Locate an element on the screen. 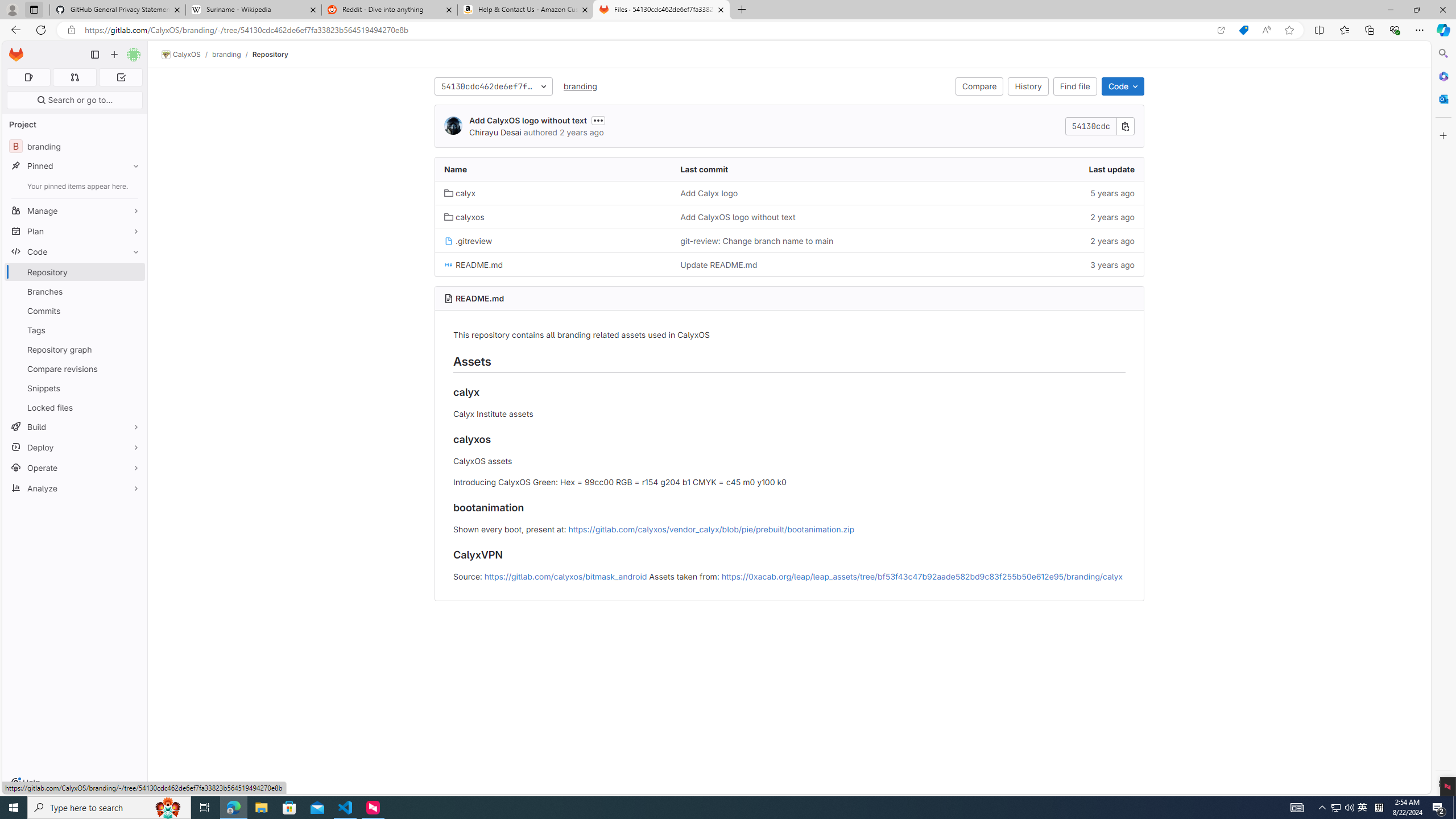  'B branding' is located at coordinates (74, 146).